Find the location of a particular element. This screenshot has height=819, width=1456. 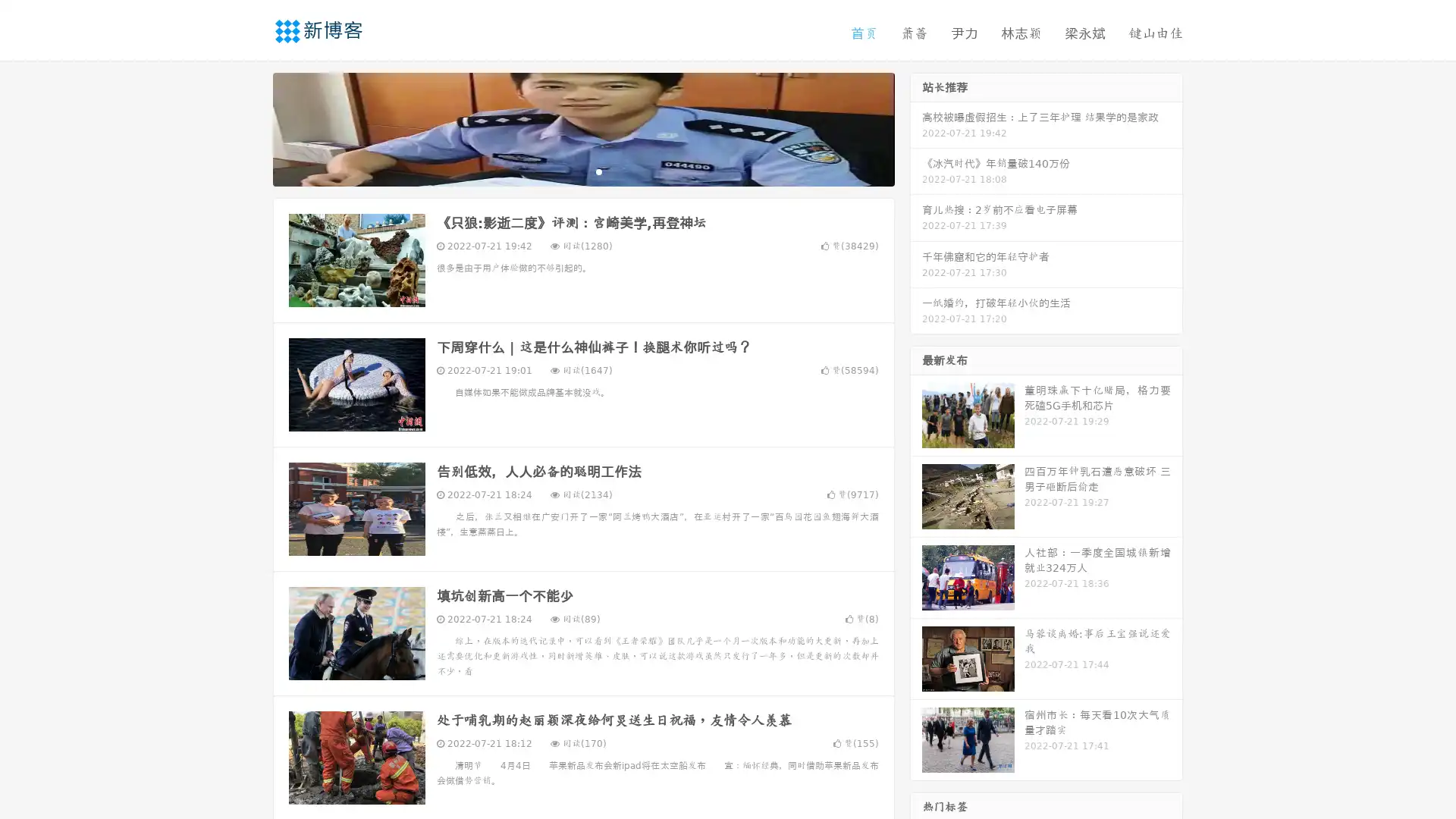

Next slide is located at coordinates (916, 127).